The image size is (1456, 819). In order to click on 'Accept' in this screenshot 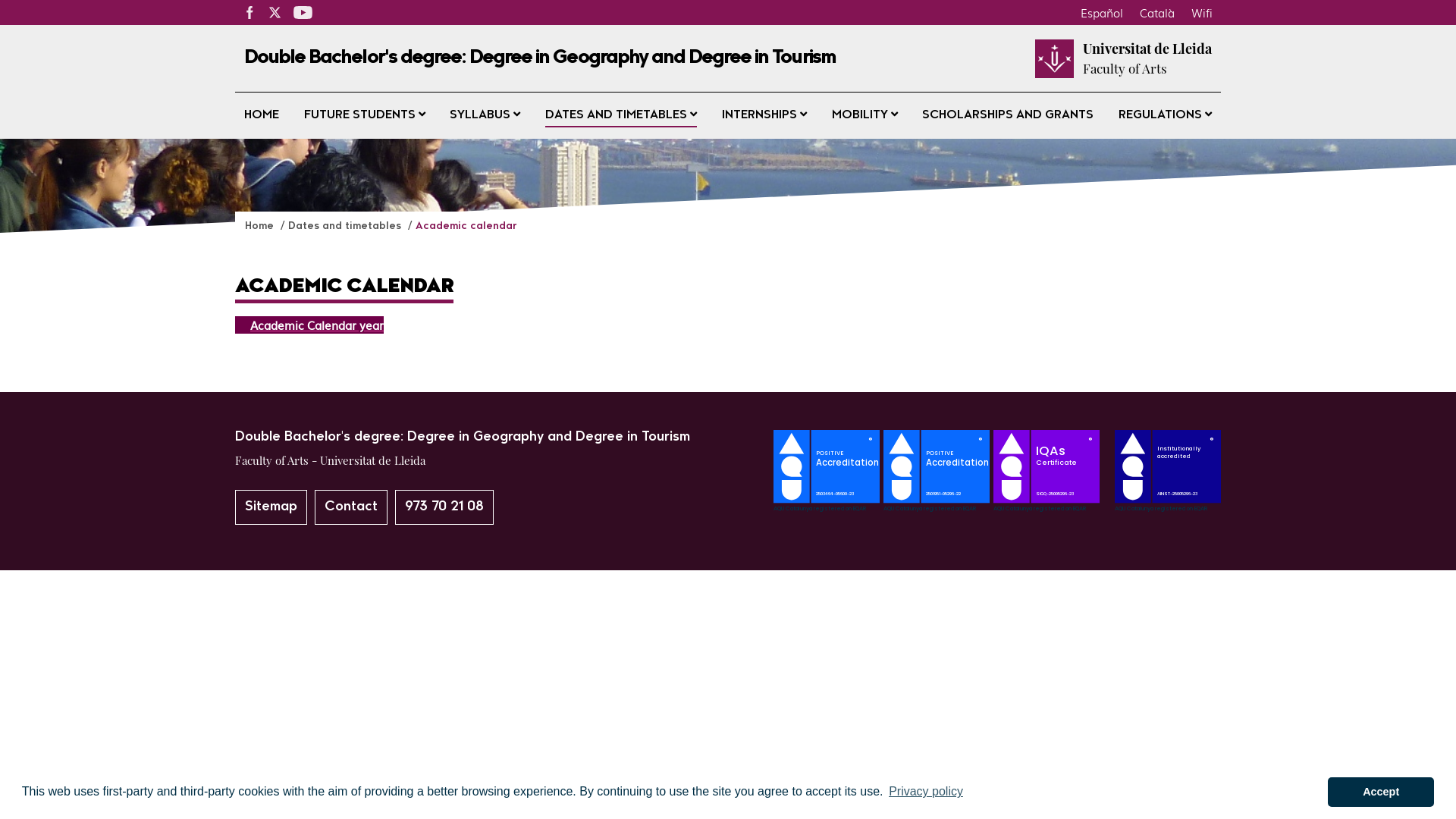, I will do `click(1380, 791)`.